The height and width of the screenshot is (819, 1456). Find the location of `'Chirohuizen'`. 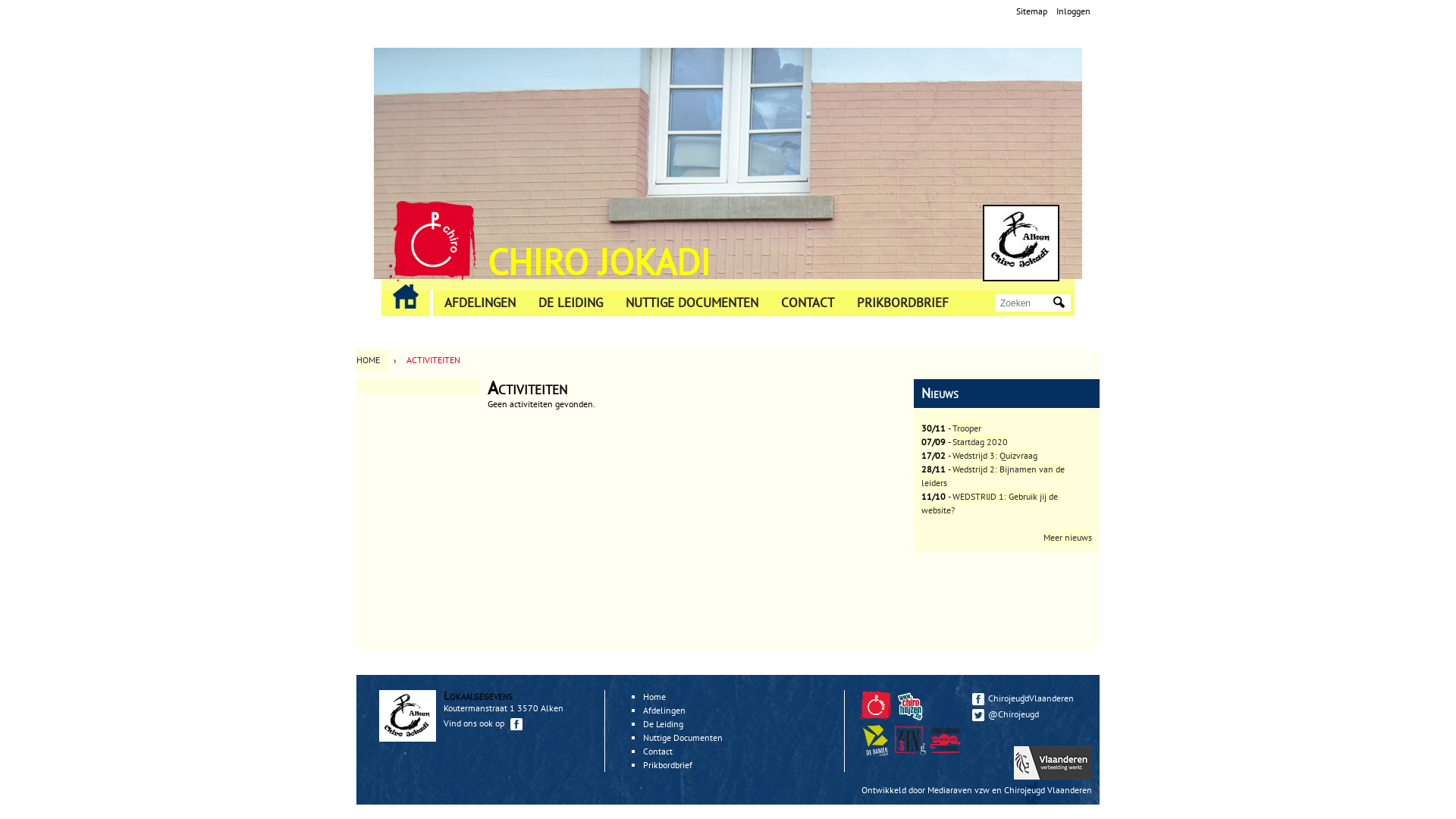

'Chirohuizen' is located at coordinates (912, 717).